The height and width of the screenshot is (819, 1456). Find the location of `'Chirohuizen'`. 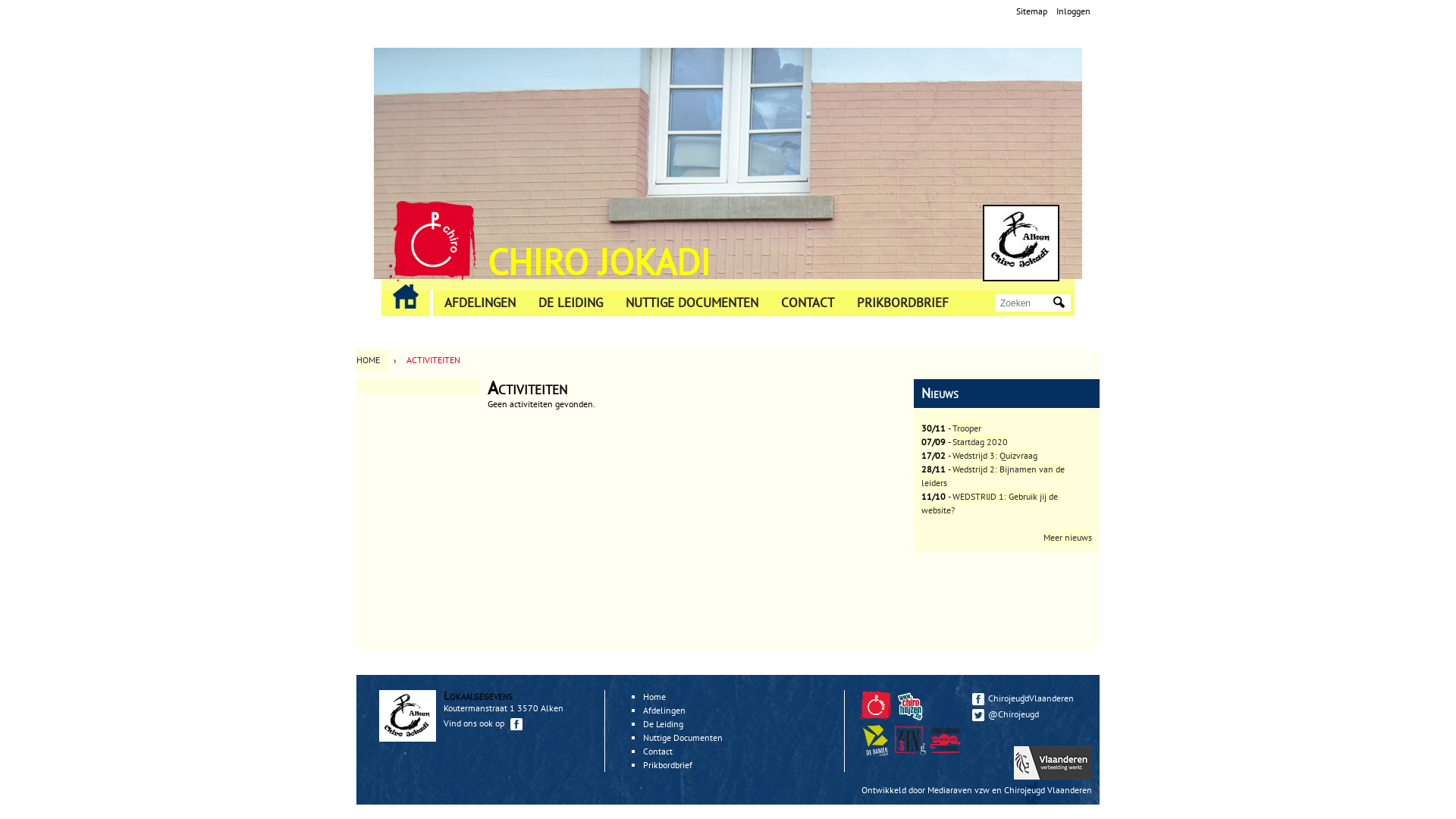

'Chirohuizen' is located at coordinates (912, 717).